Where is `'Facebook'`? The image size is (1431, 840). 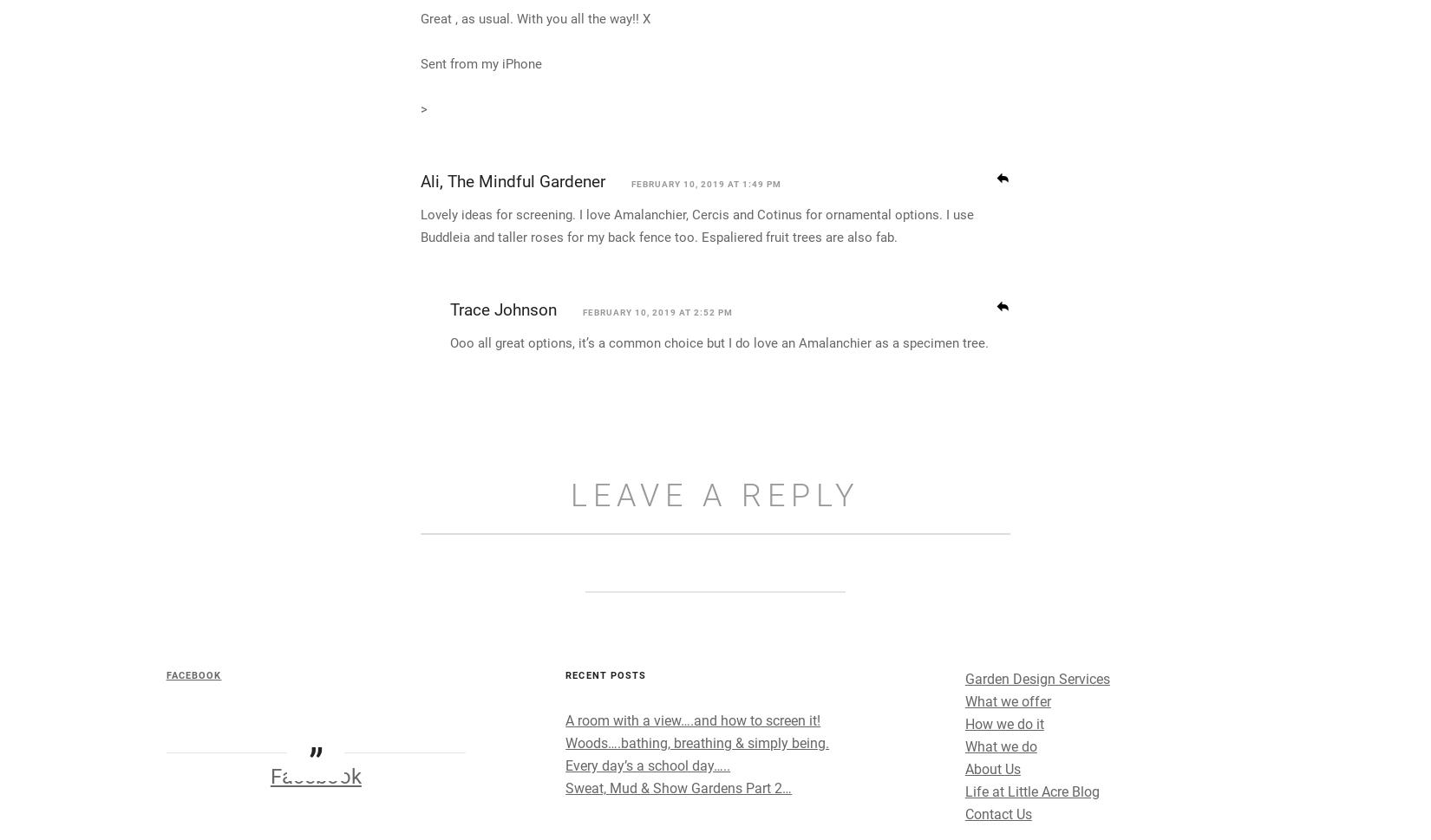 'Facebook' is located at coordinates (247, 830).